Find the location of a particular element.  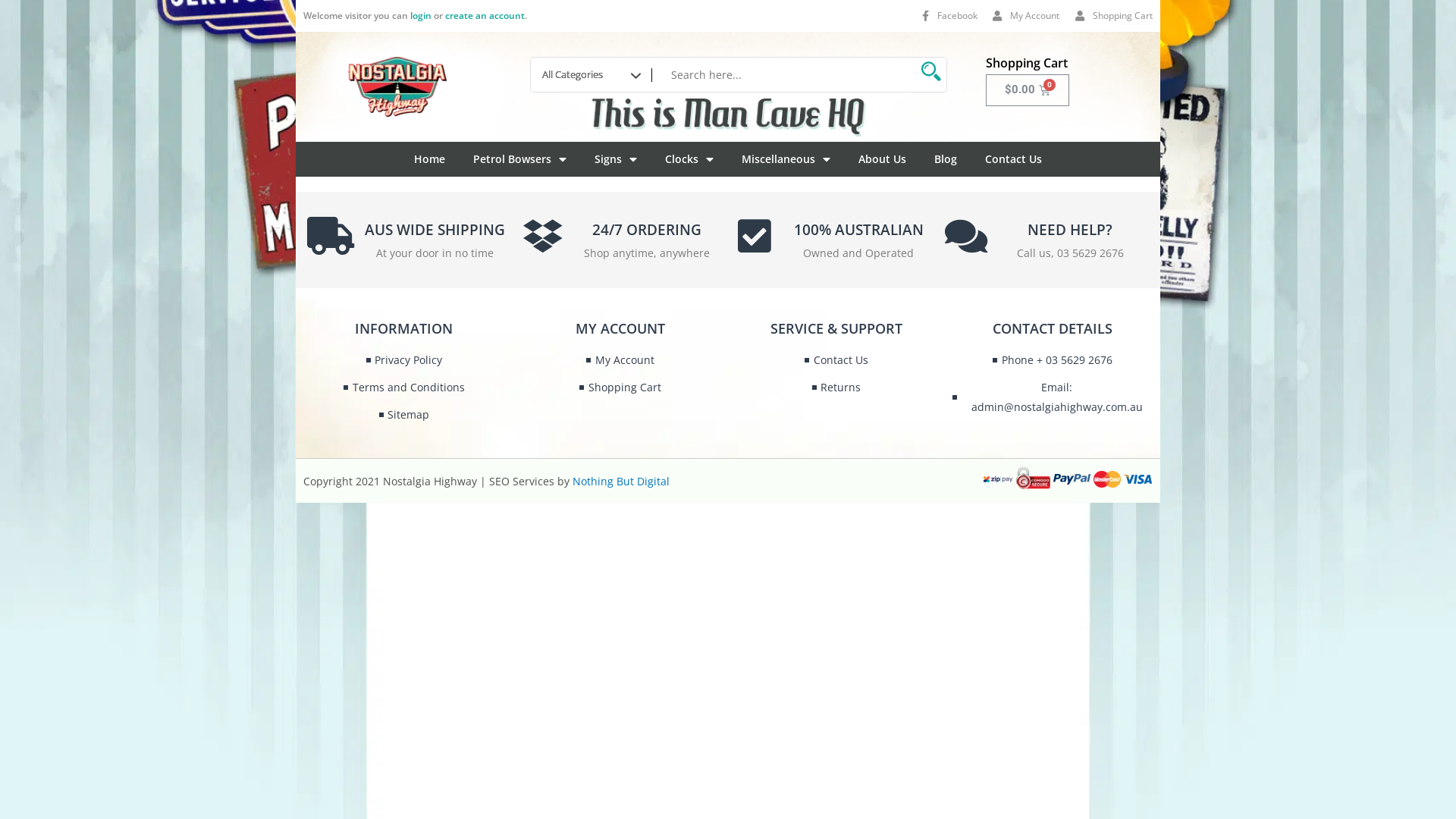

'Miscellaneous' is located at coordinates (786, 158).